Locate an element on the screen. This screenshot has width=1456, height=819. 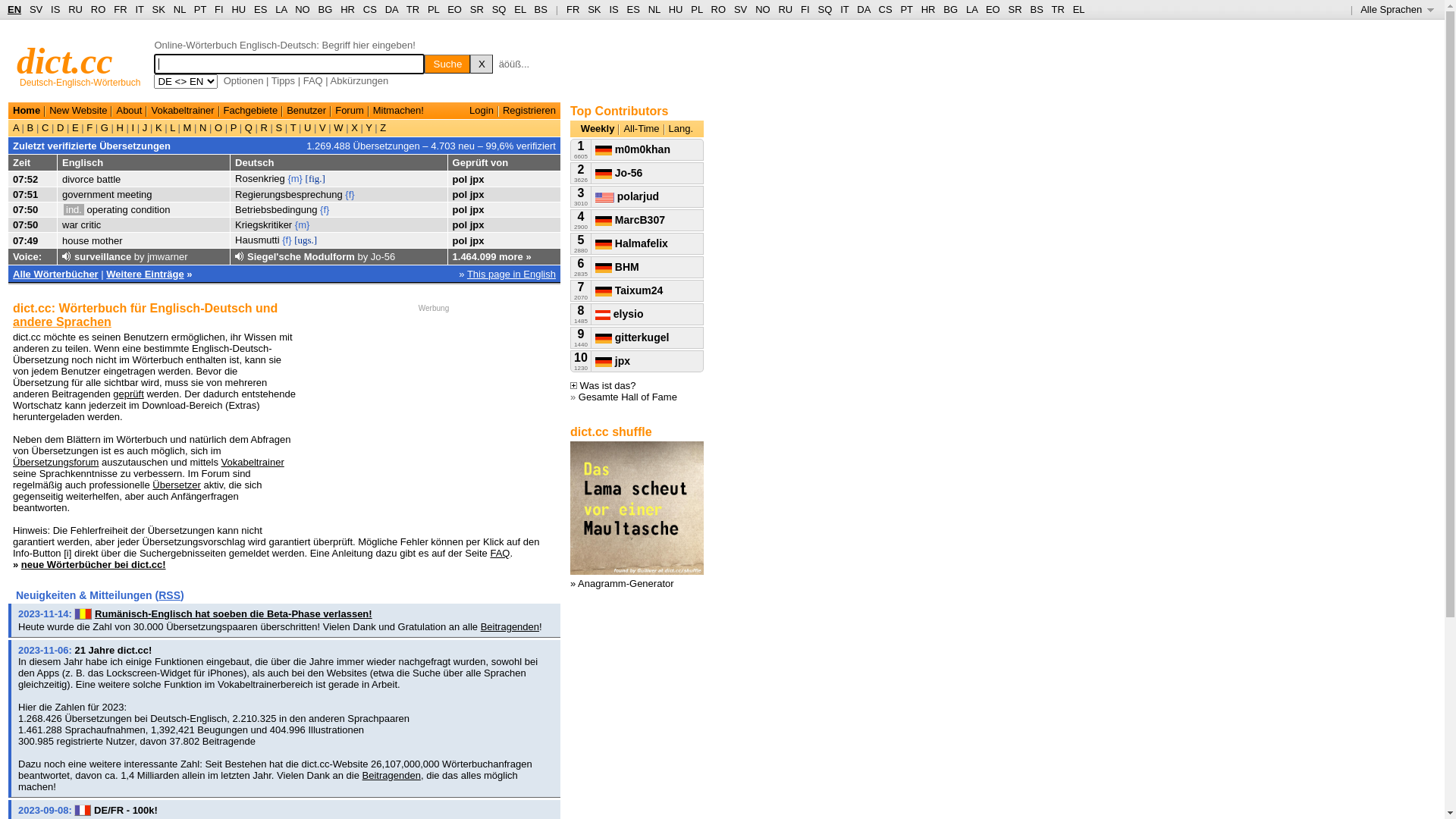
'government meeting' is located at coordinates (106, 193).